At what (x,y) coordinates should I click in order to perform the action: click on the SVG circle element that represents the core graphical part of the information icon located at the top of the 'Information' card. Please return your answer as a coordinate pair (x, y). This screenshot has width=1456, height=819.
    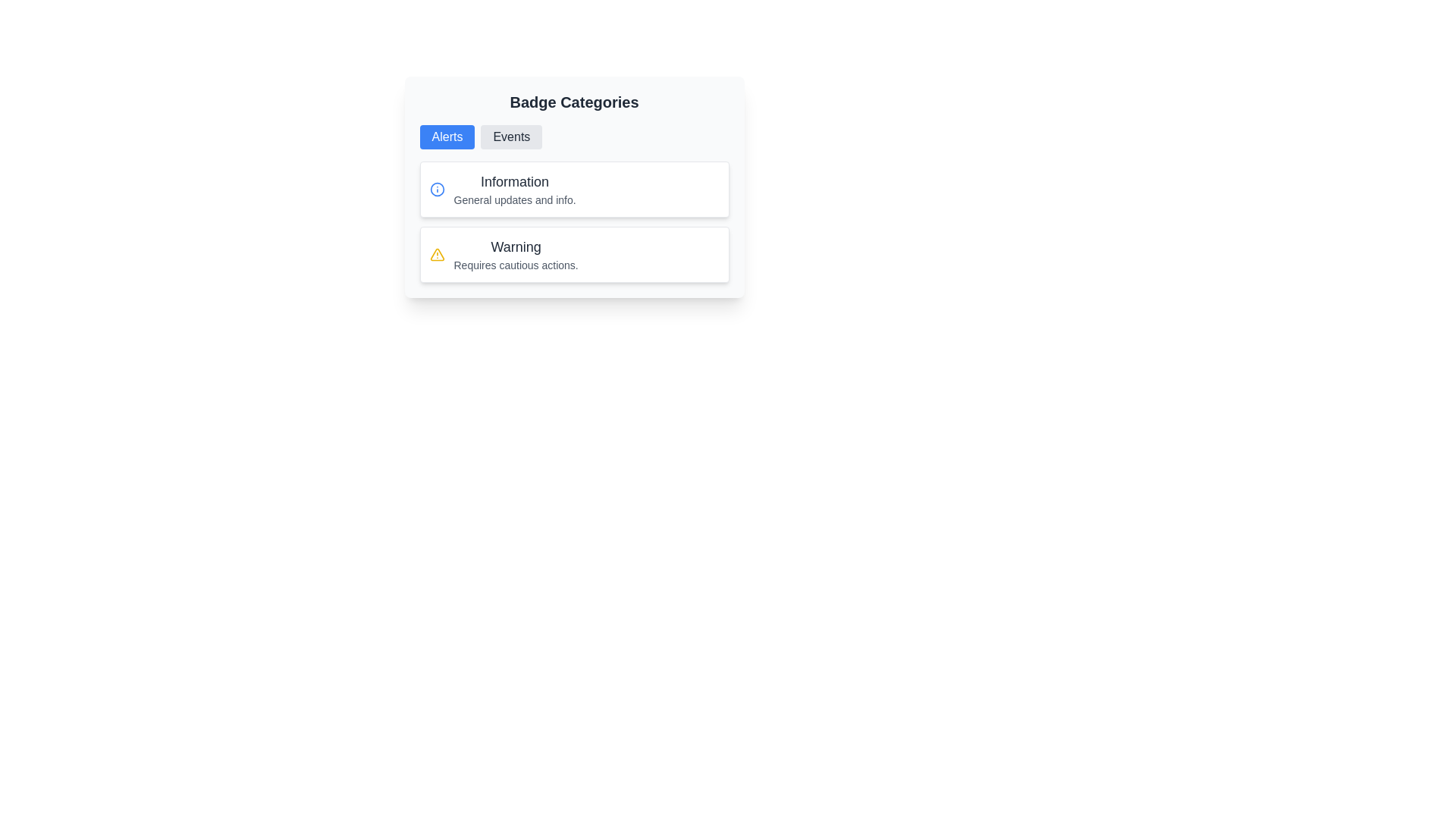
    Looking at the image, I should click on (436, 189).